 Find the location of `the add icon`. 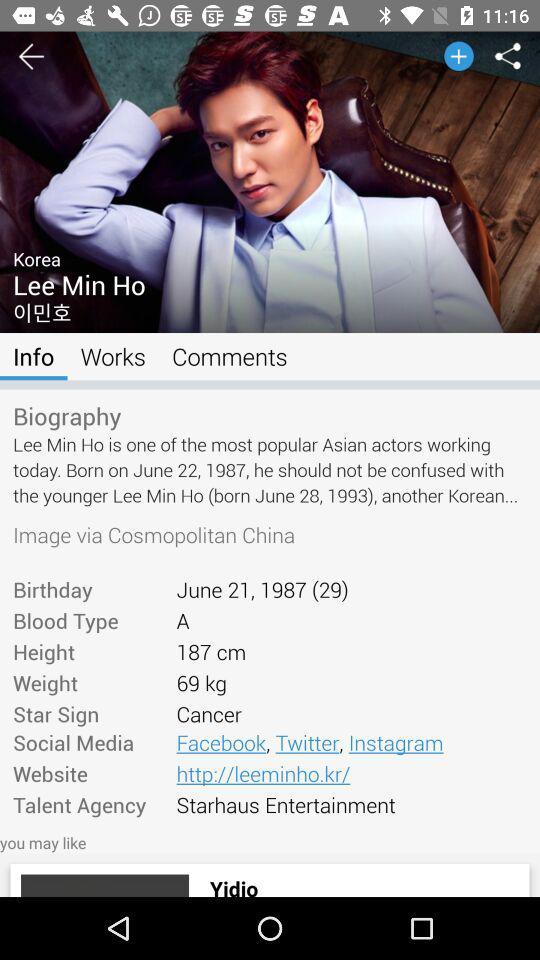

the add icon is located at coordinates (458, 55).